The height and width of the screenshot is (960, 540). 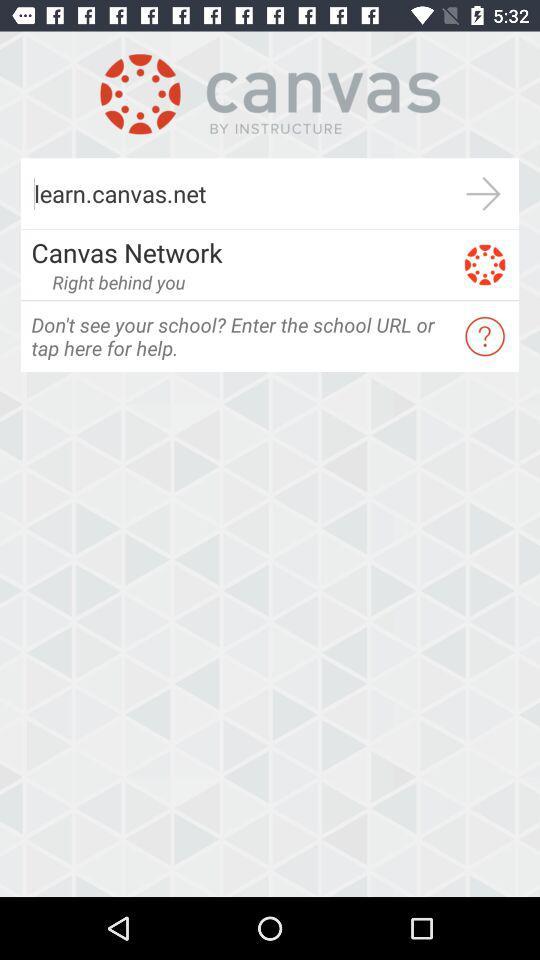 What do you see at coordinates (233, 193) in the screenshot?
I see `the learn.canvas.net item` at bounding box center [233, 193].